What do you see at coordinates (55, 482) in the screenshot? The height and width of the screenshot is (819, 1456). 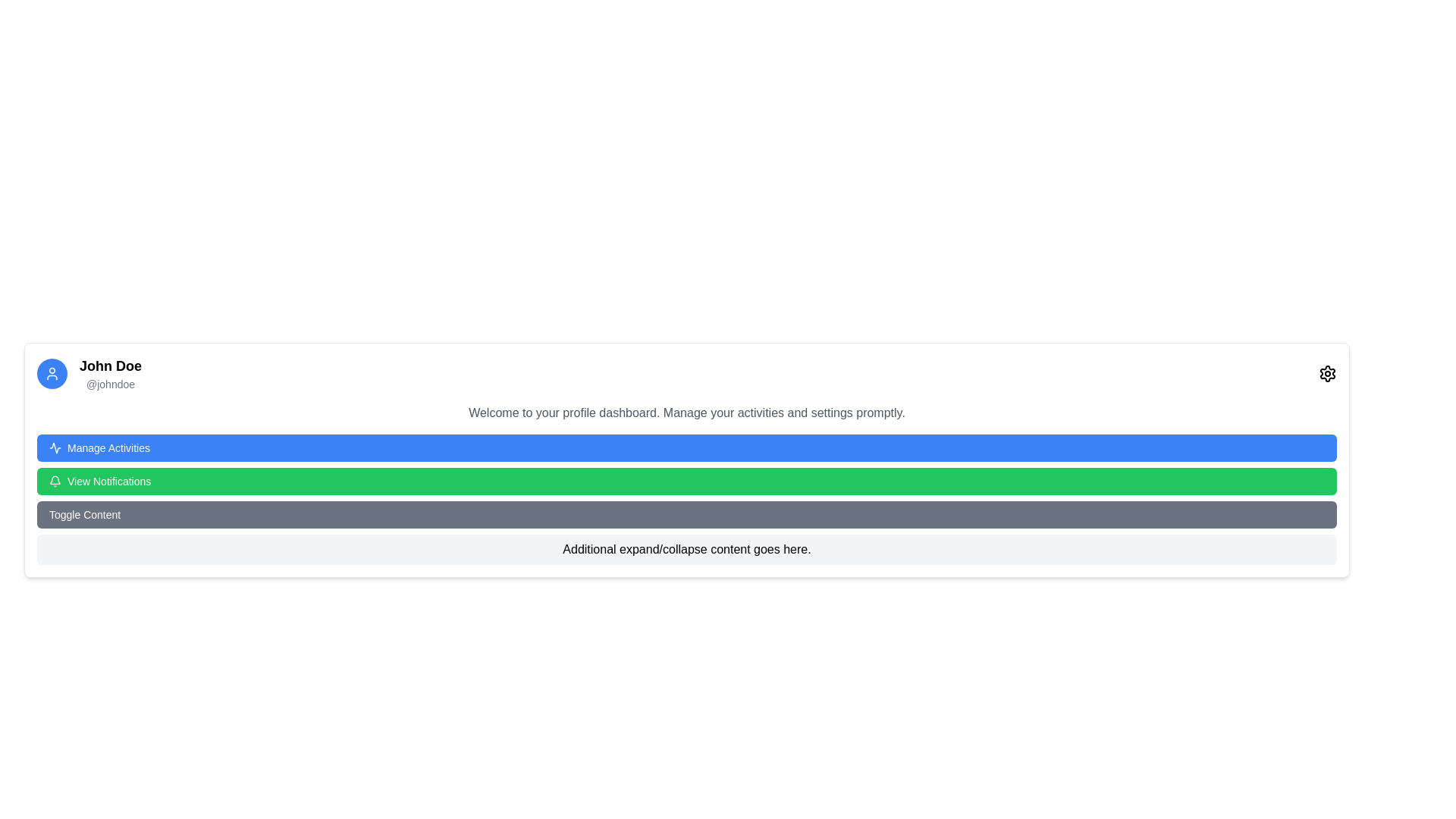 I see `the 'View Notifications' icon, which is located to the left of the green button labeled 'View Notifications'` at bounding box center [55, 482].